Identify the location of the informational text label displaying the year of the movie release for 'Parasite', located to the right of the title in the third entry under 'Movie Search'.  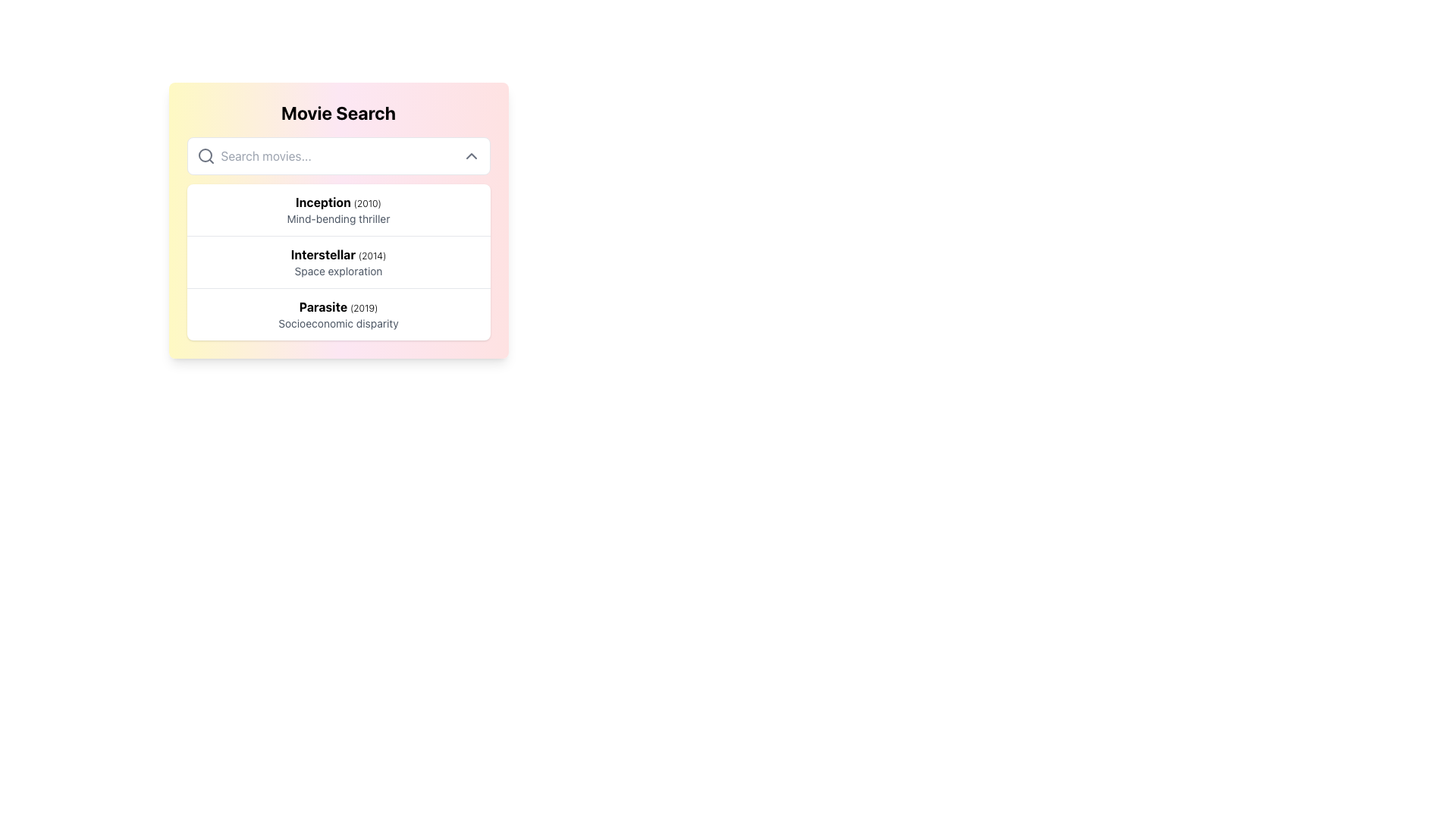
(364, 307).